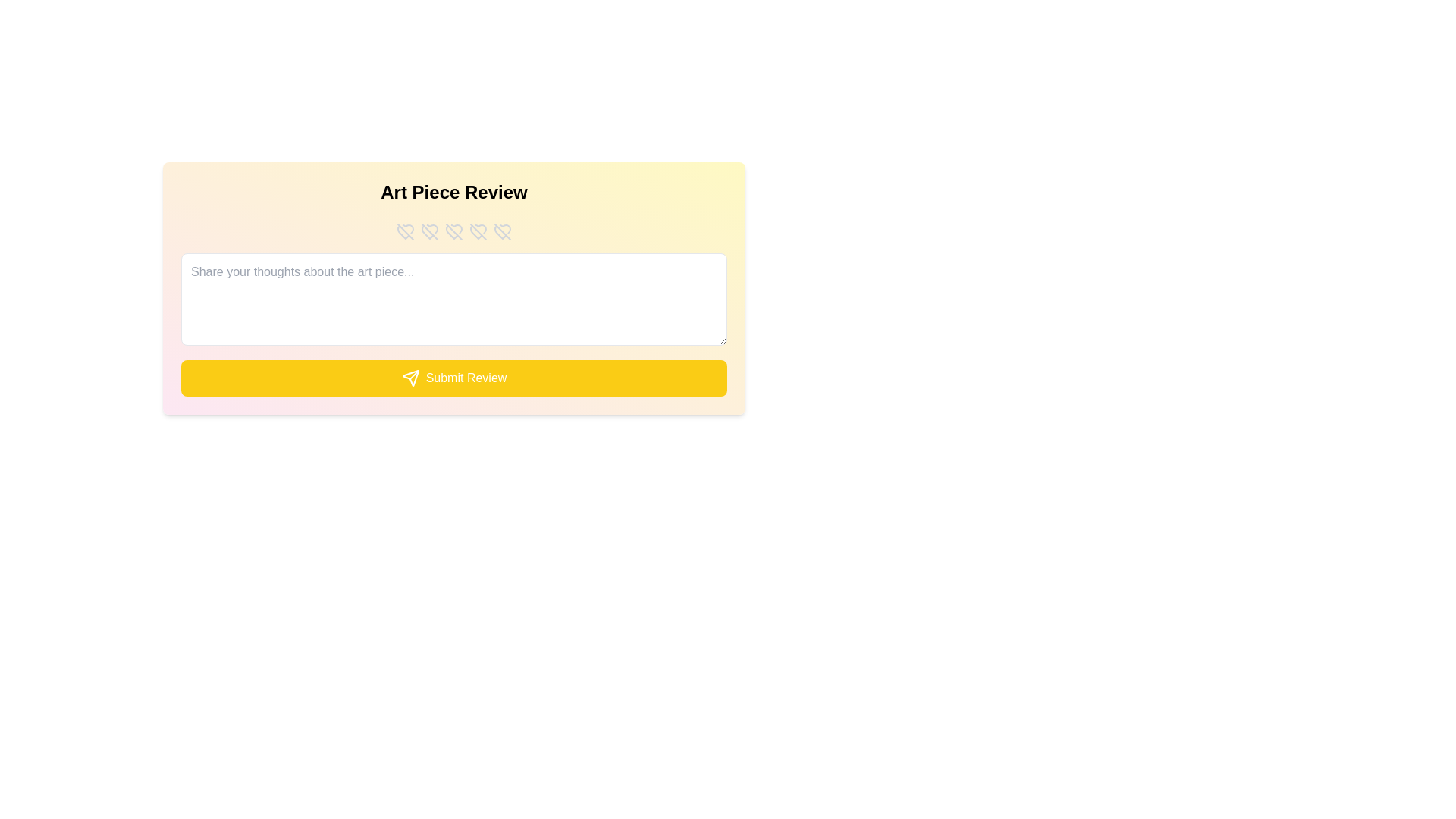 The width and height of the screenshot is (1456, 819). Describe the element at coordinates (405, 231) in the screenshot. I see `the rating to 1 stars by clicking on the respective star button` at that location.